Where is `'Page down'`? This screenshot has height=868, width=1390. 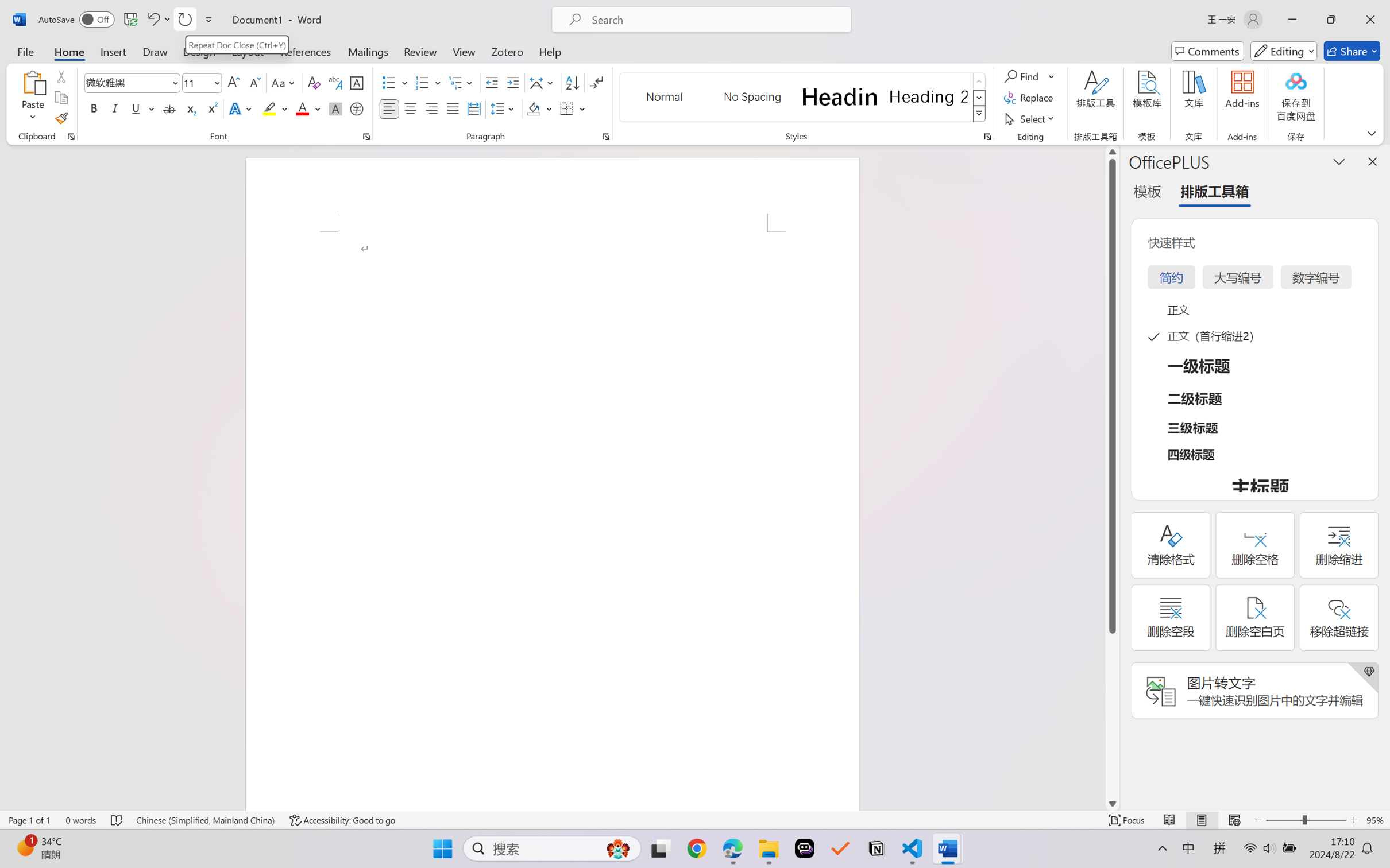
'Page down' is located at coordinates (1112, 715).